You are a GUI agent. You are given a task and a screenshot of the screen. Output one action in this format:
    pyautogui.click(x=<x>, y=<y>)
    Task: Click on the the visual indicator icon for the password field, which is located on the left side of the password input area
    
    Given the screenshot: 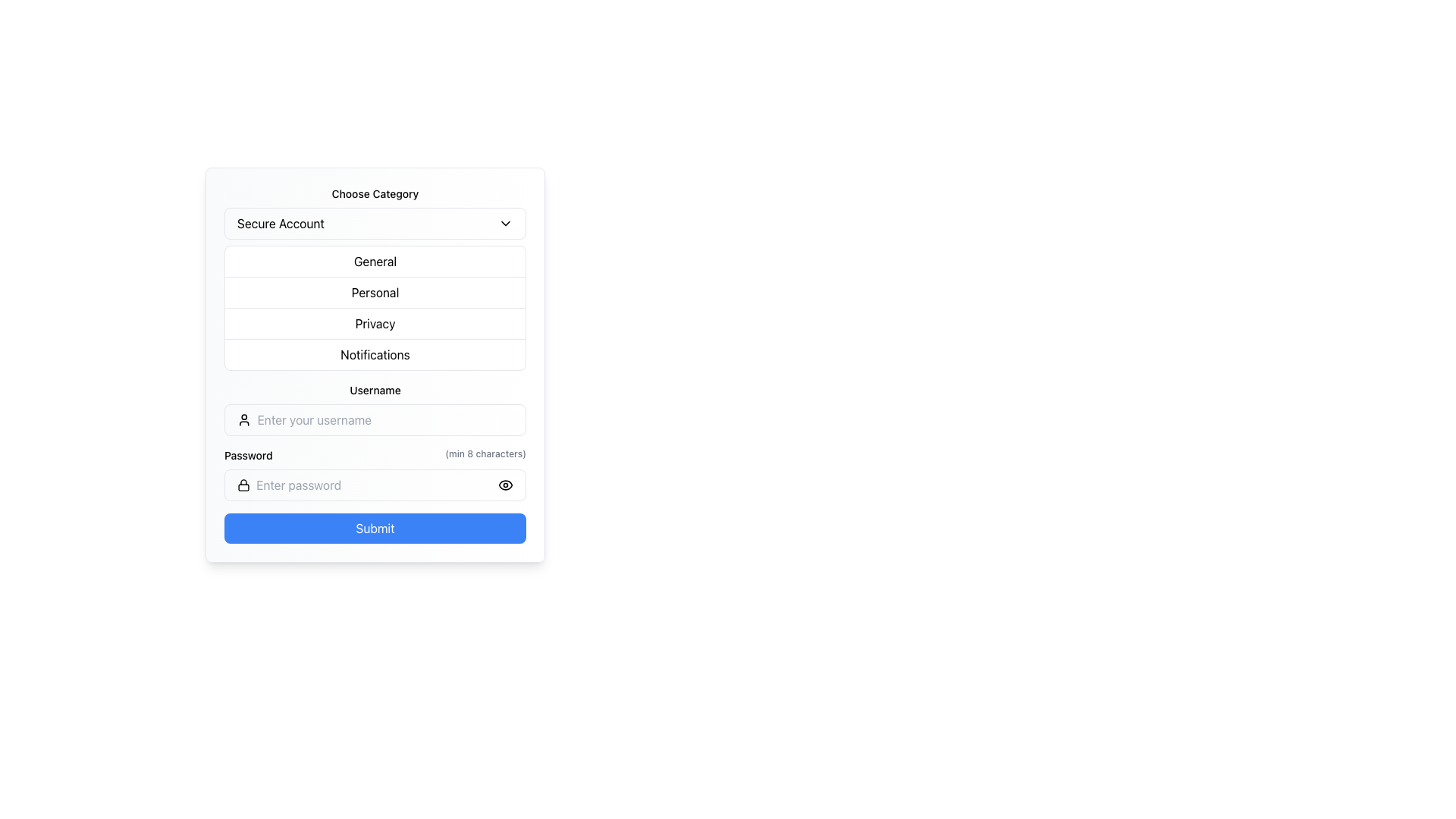 What is the action you would take?
    pyautogui.click(x=243, y=485)
    